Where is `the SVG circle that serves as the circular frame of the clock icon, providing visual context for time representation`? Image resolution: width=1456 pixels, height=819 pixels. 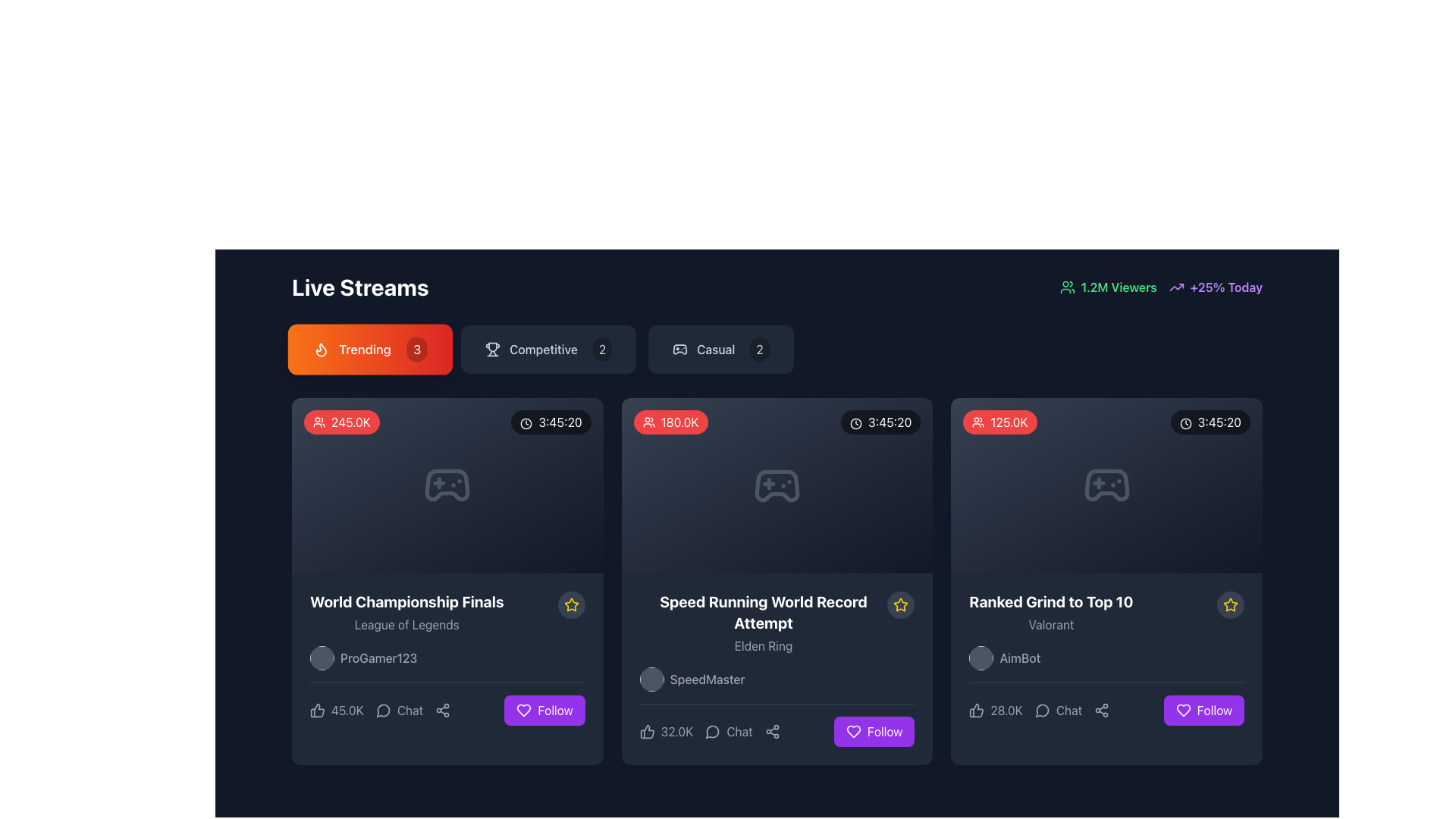
the SVG circle that serves as the circular frame of the clock icon, providing visual context for time representation is located at coordinates (526, 423).